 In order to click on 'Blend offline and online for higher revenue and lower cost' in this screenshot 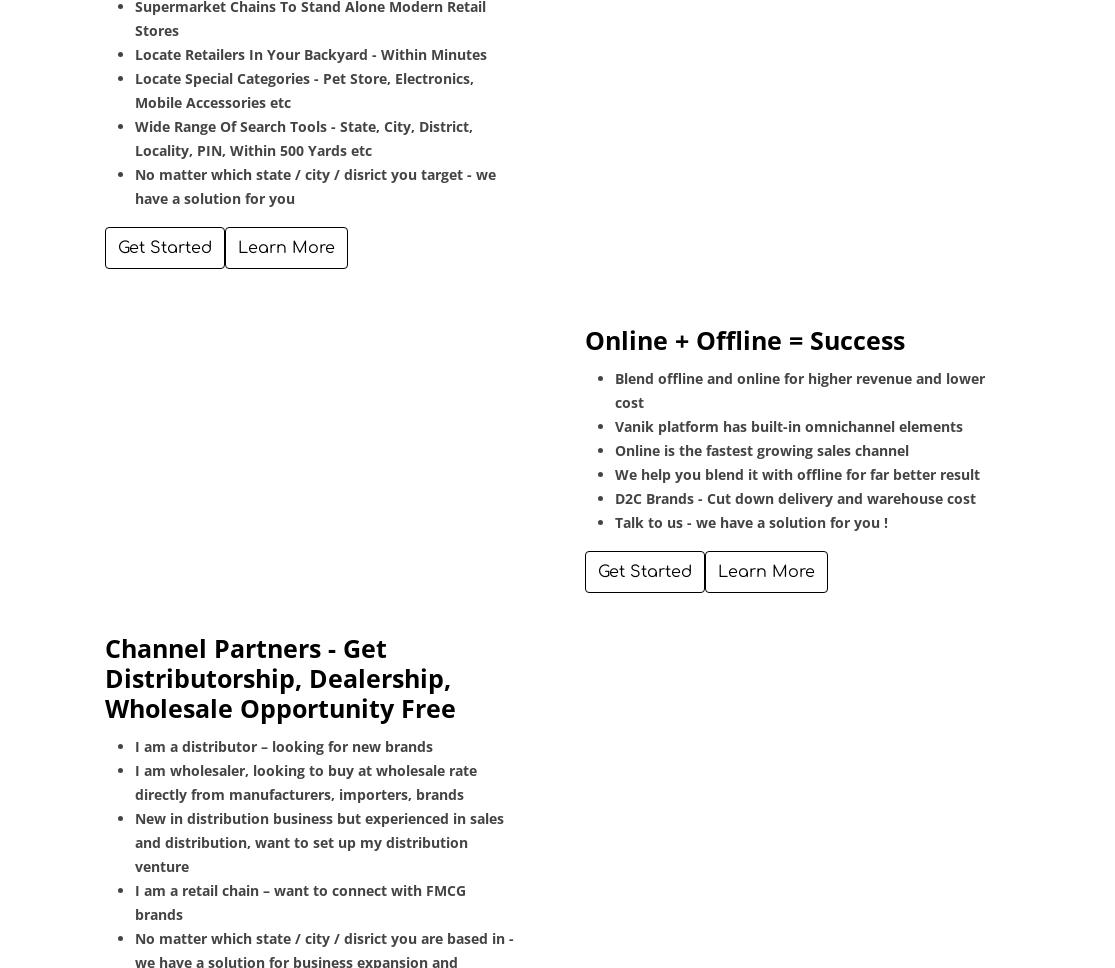, I will do `click(799, 388)`.